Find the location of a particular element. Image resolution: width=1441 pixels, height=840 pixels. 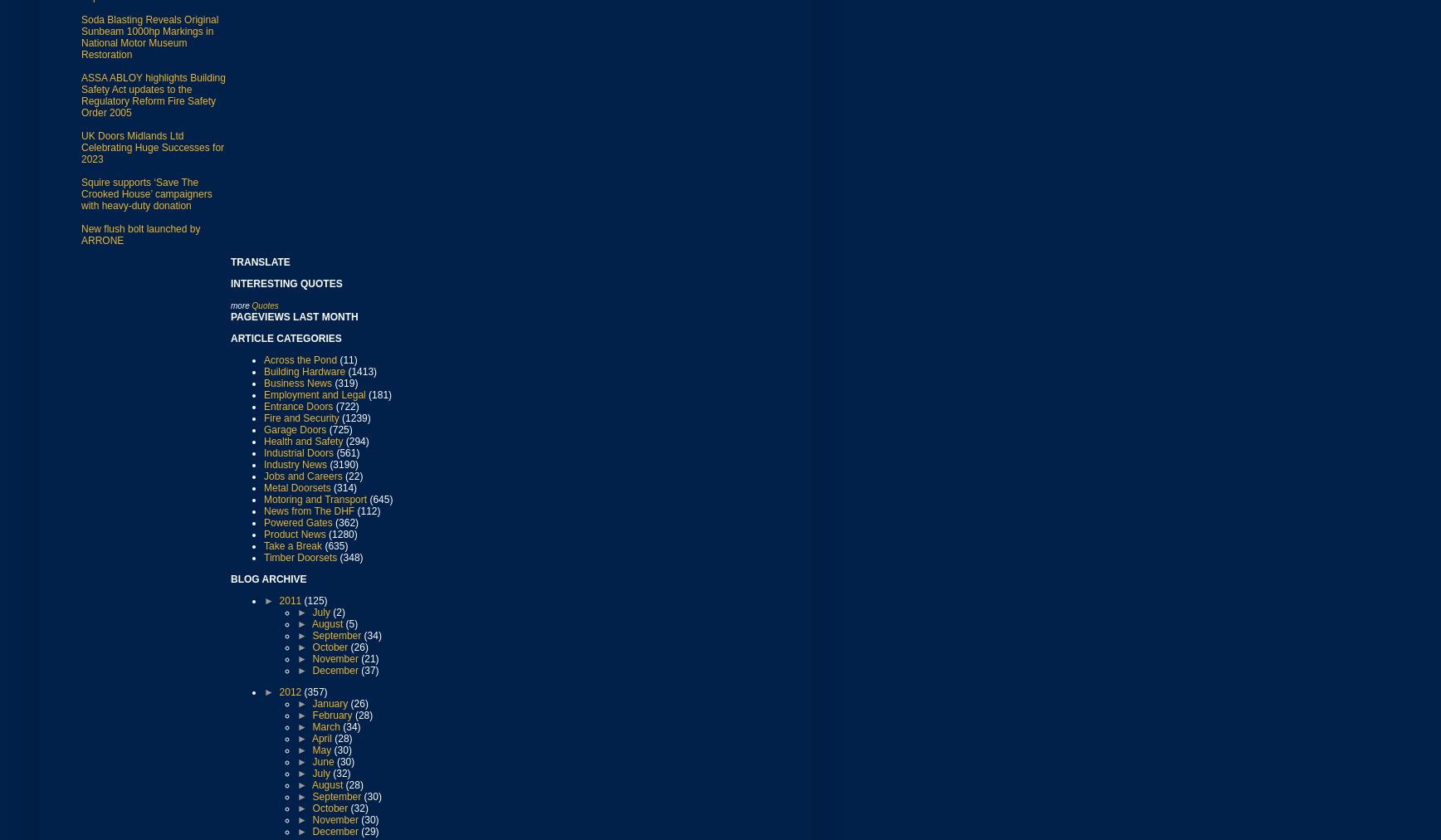

'(357)' is located at coordinates (303, 690).